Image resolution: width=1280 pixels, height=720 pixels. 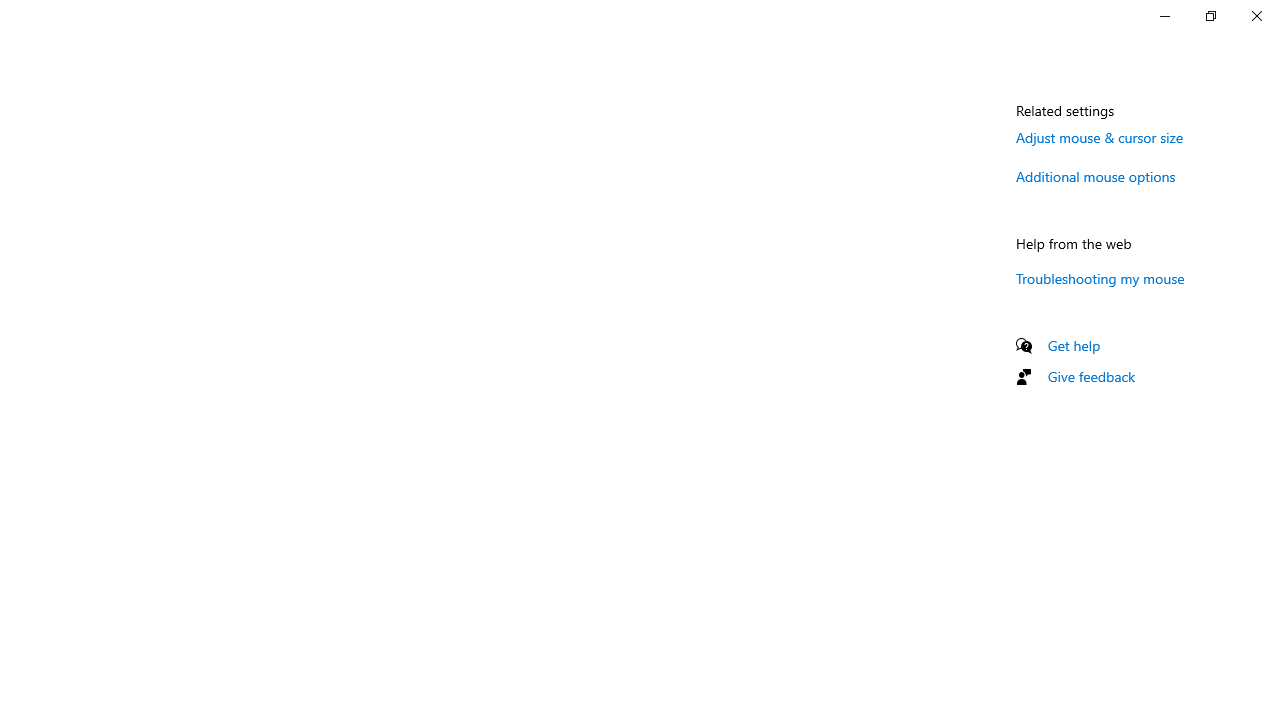 What do you see at coordinates (1073, 344) in the screenshot?
I see `'Get help'` at bounding box center [1073, 344].